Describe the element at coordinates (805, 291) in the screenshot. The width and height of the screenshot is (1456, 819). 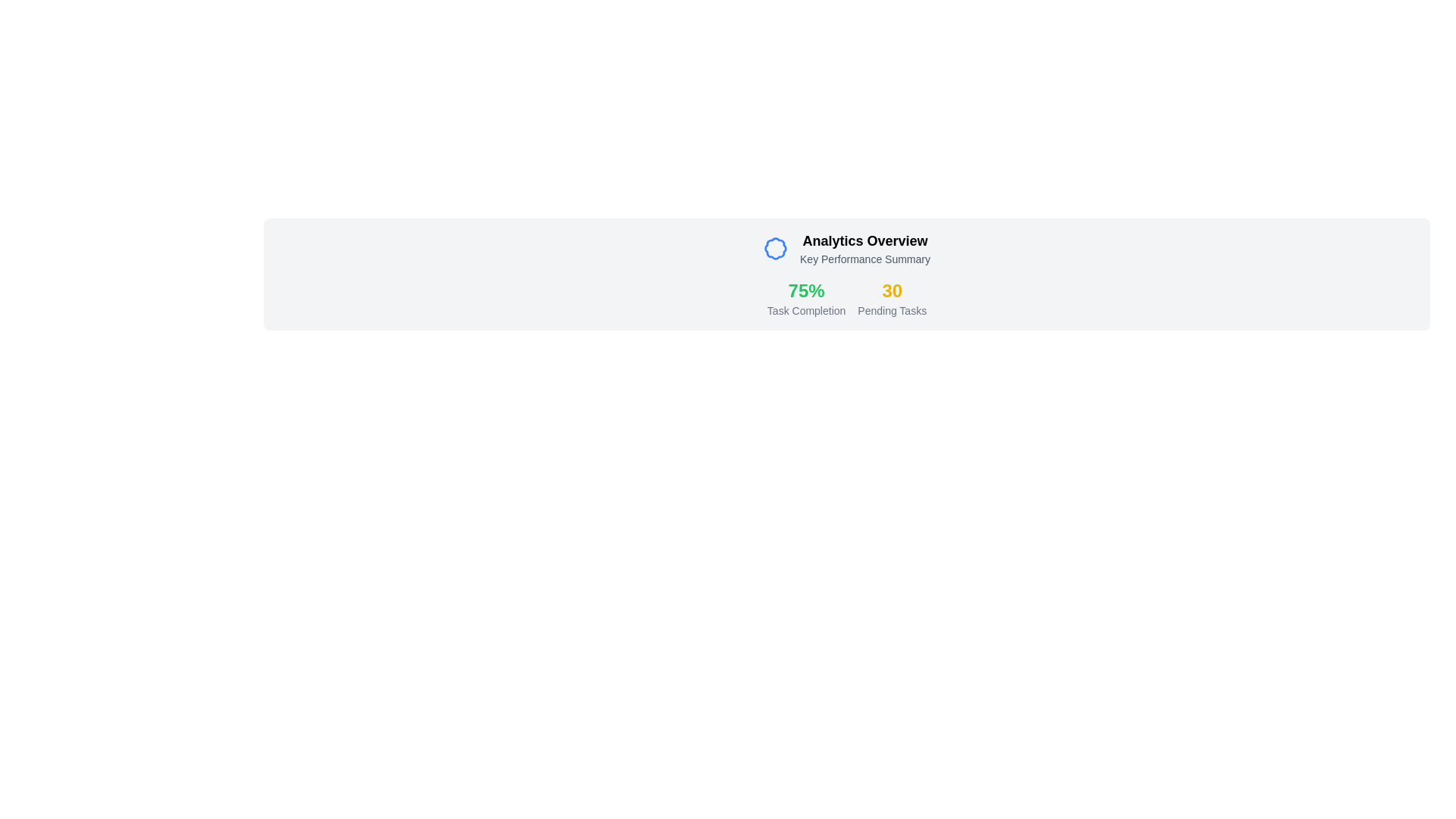
I see `the text label that displays the percentage of task completion, located in the center of the interface, above 'Task Completion' and to the left of '30'` at that location.